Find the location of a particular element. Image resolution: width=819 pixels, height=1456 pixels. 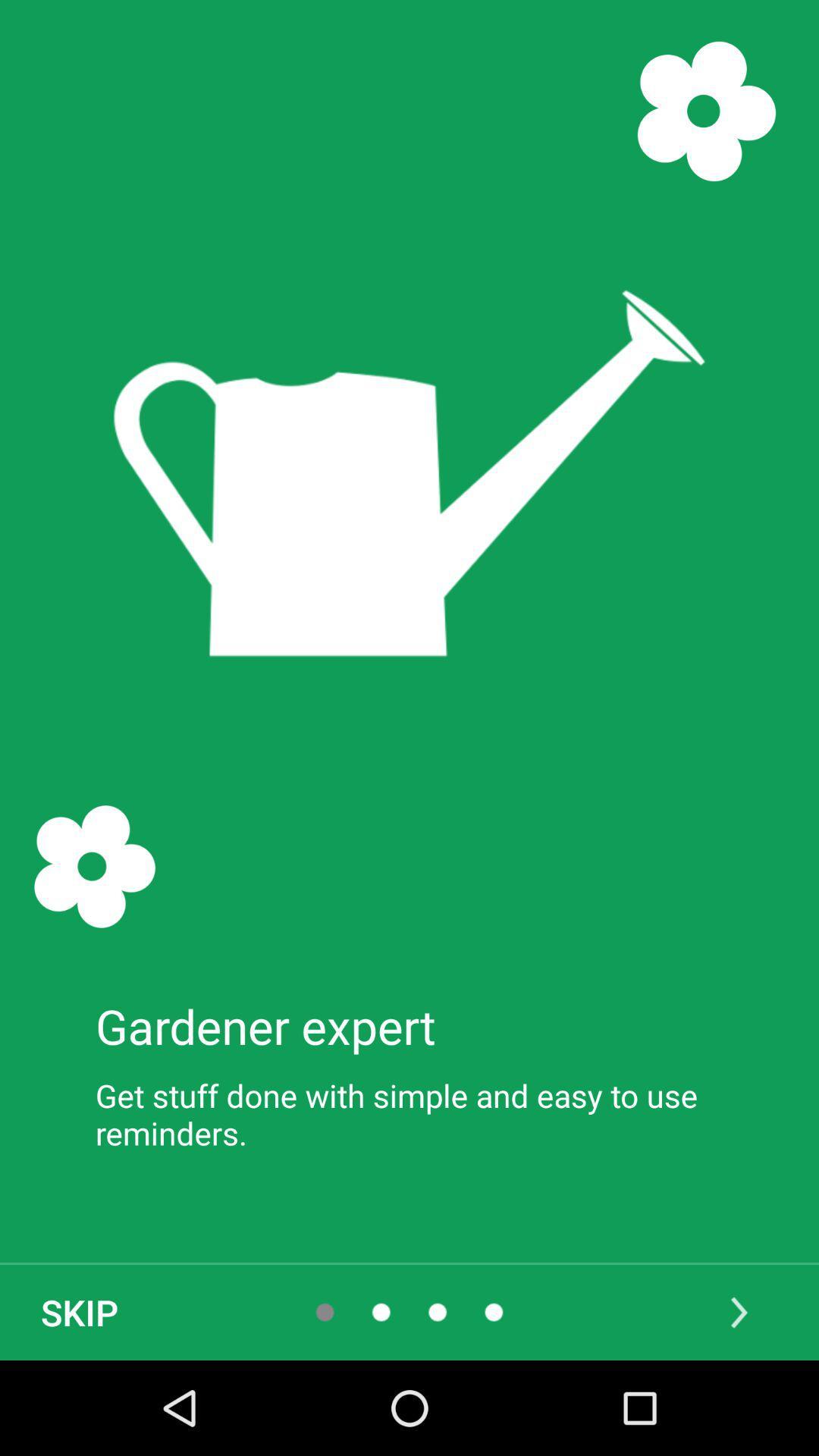

icon below the get stuff done icon is located at coordinates (739, 1312).